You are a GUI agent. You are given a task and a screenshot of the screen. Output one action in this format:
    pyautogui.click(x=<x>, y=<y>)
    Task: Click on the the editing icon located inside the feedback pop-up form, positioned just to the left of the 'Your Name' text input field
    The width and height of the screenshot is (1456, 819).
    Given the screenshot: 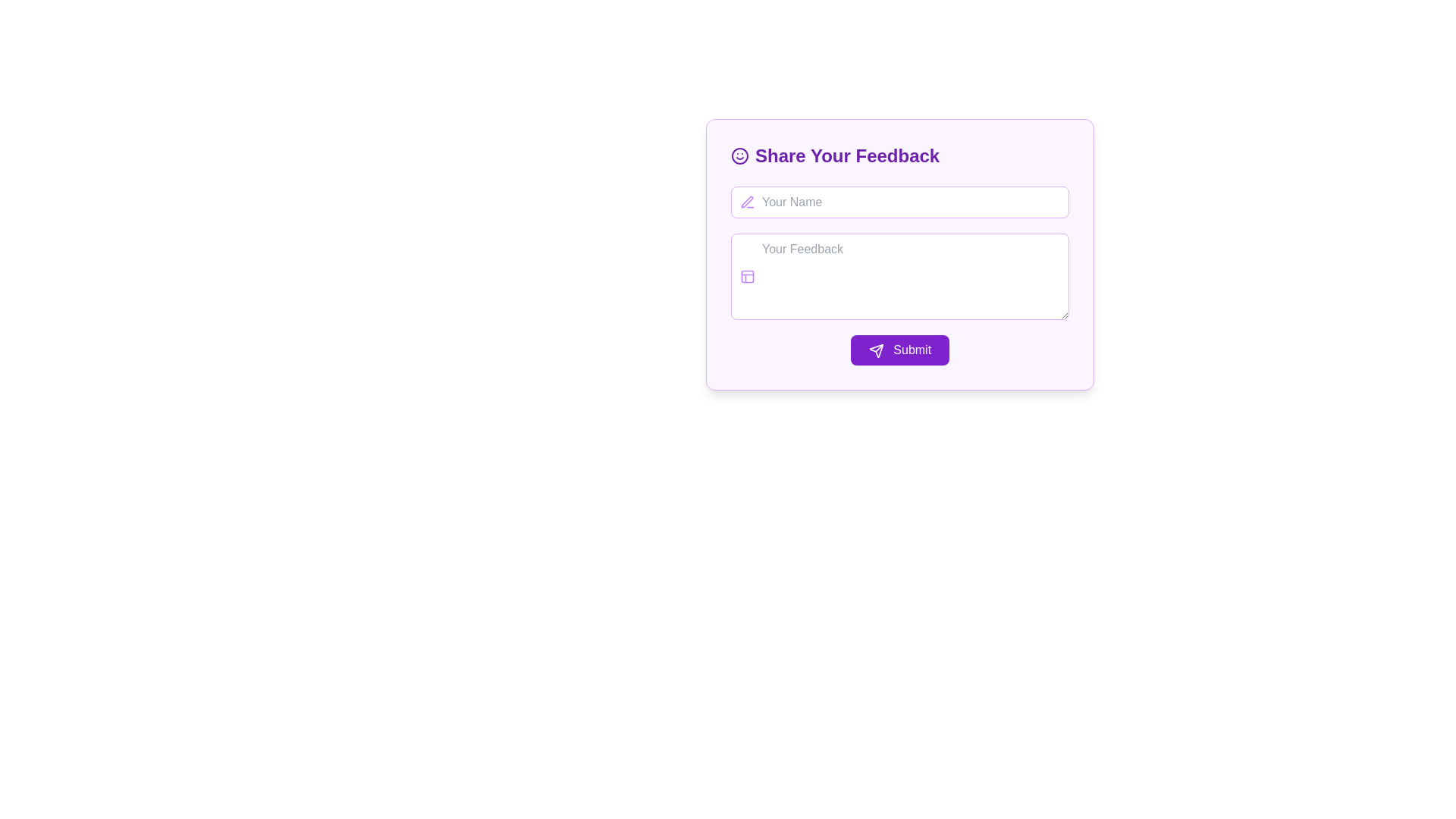 What is the action you would take?
    pyautogui.click(x=747, y=201)
    